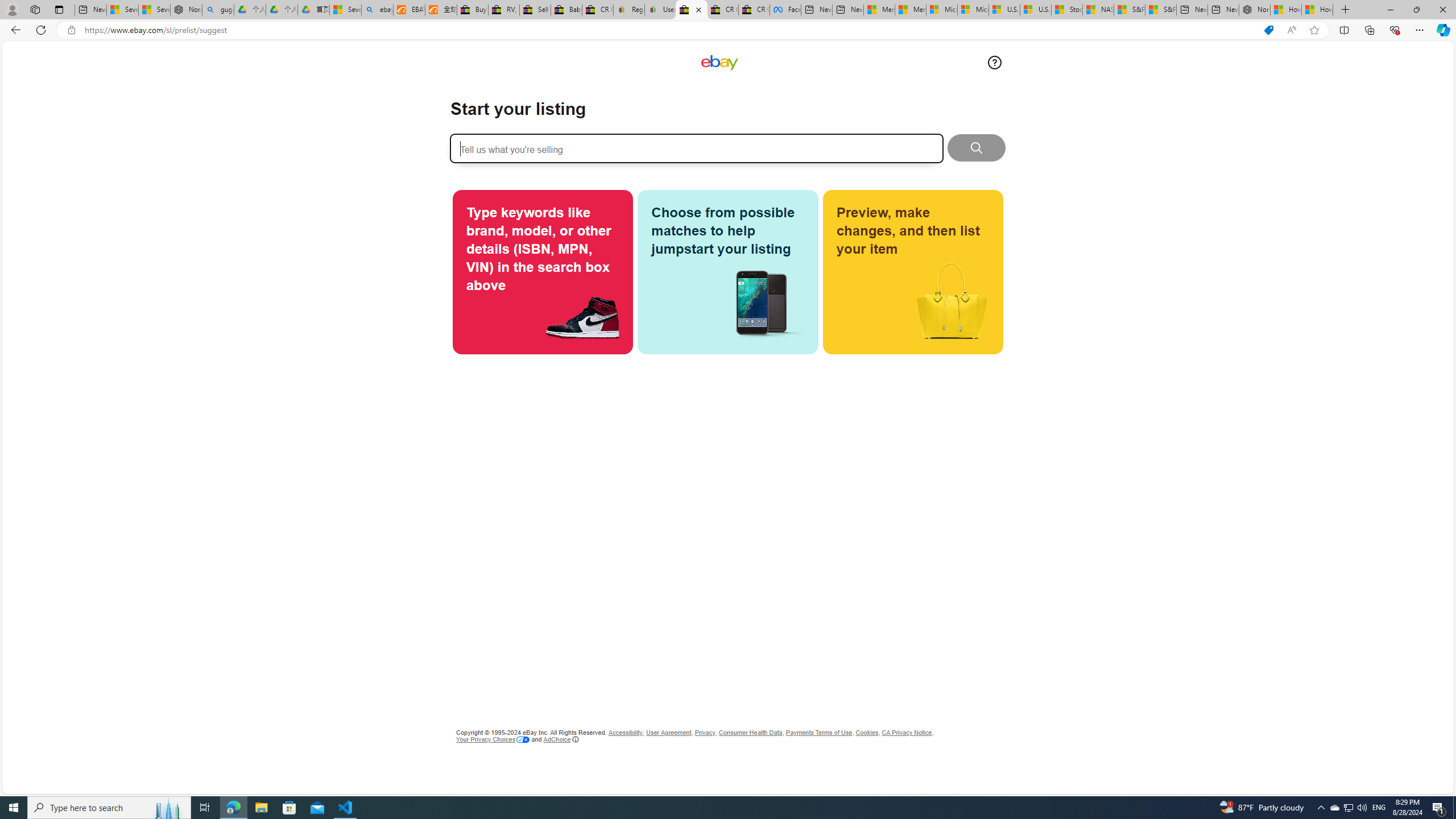  What do you see at coordinates (561, 739) in the screenshot?
I see `'AdChoice'` at bounding box center [561, 739].